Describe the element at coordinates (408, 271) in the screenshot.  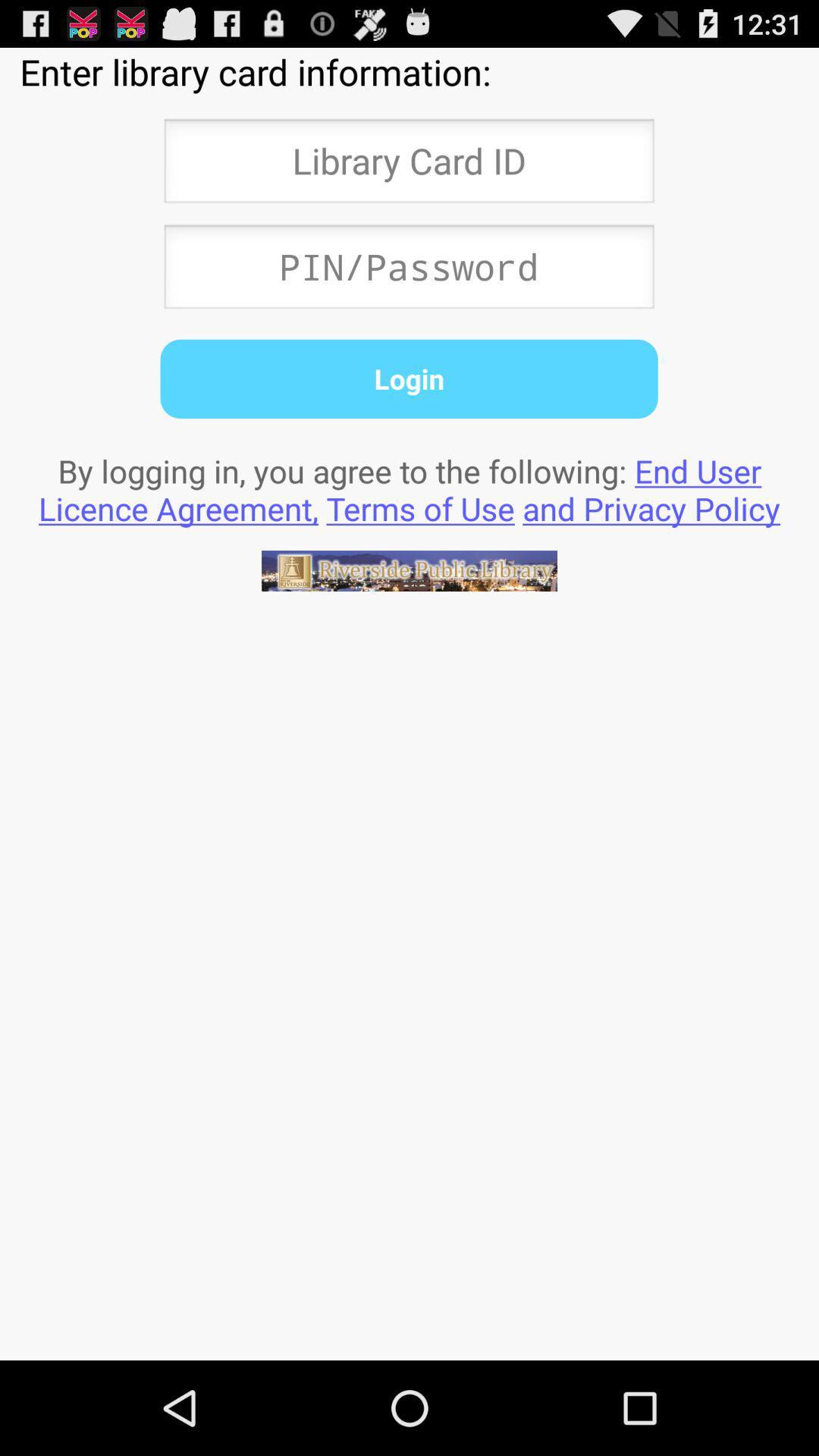
I see `pin or password` at that location.